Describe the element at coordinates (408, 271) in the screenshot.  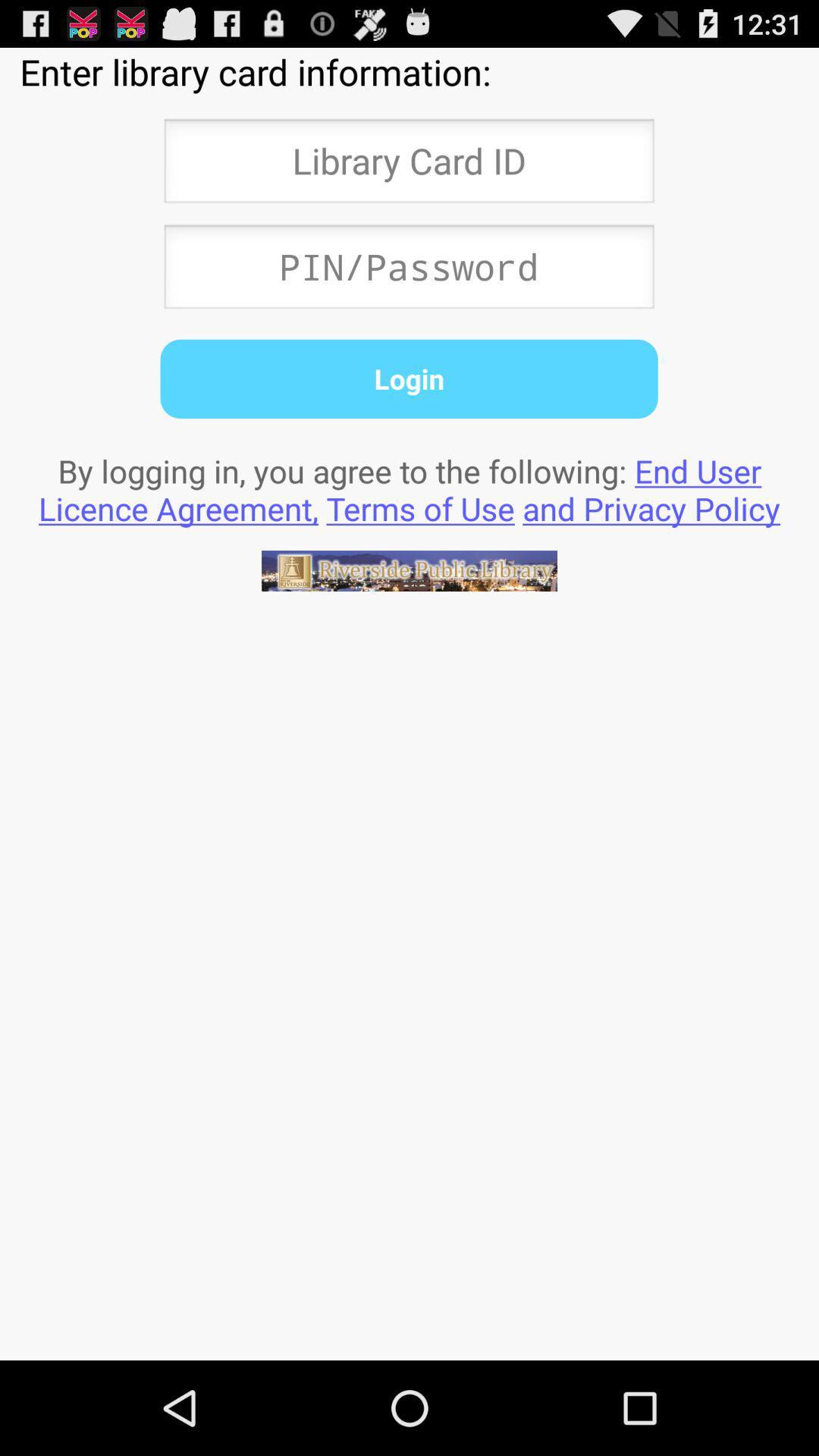
I see `pin or password` at that location.